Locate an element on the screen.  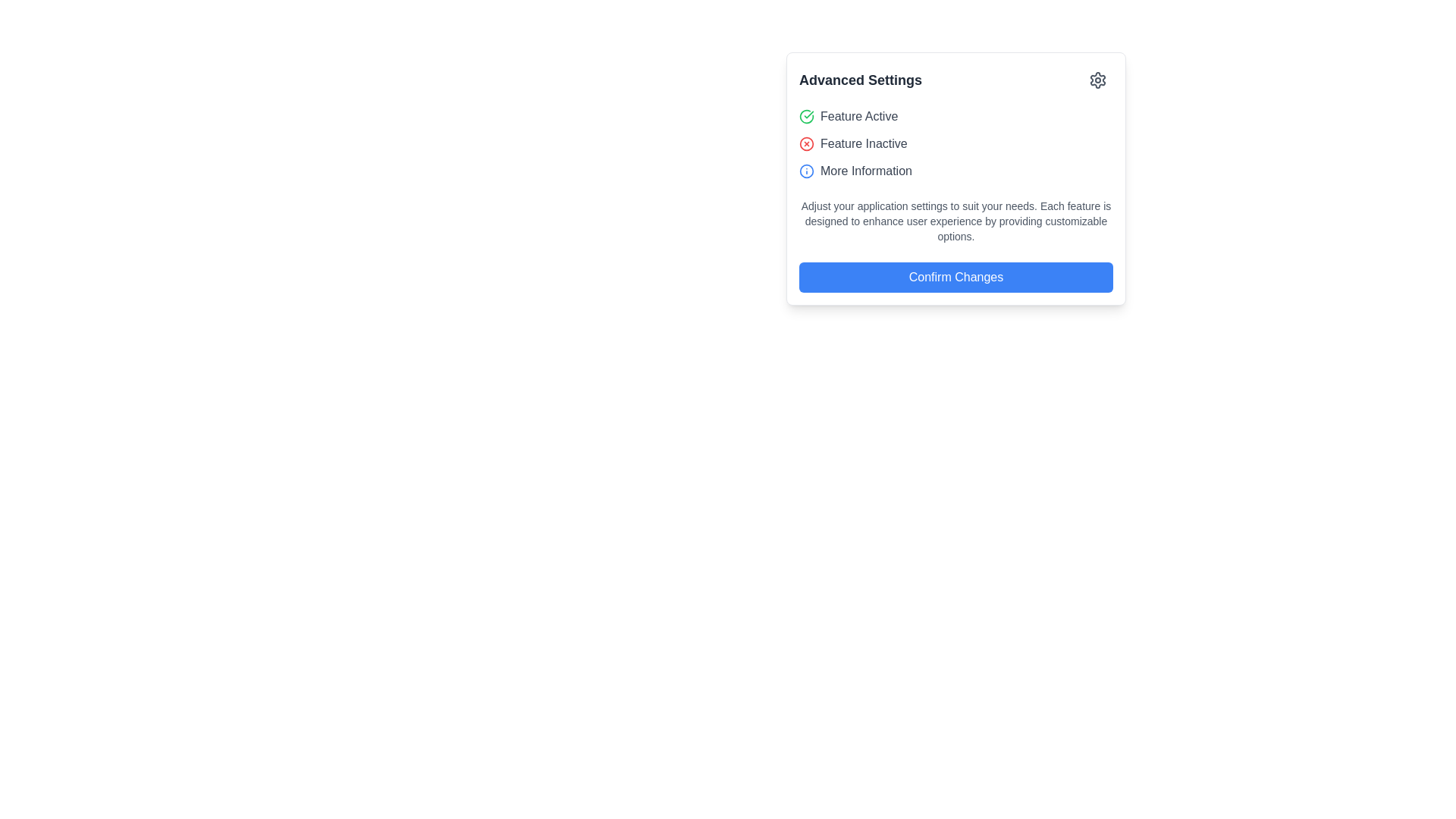
the green checkmark icon representing 'Feature Active' is located at coordinates (806, 116).